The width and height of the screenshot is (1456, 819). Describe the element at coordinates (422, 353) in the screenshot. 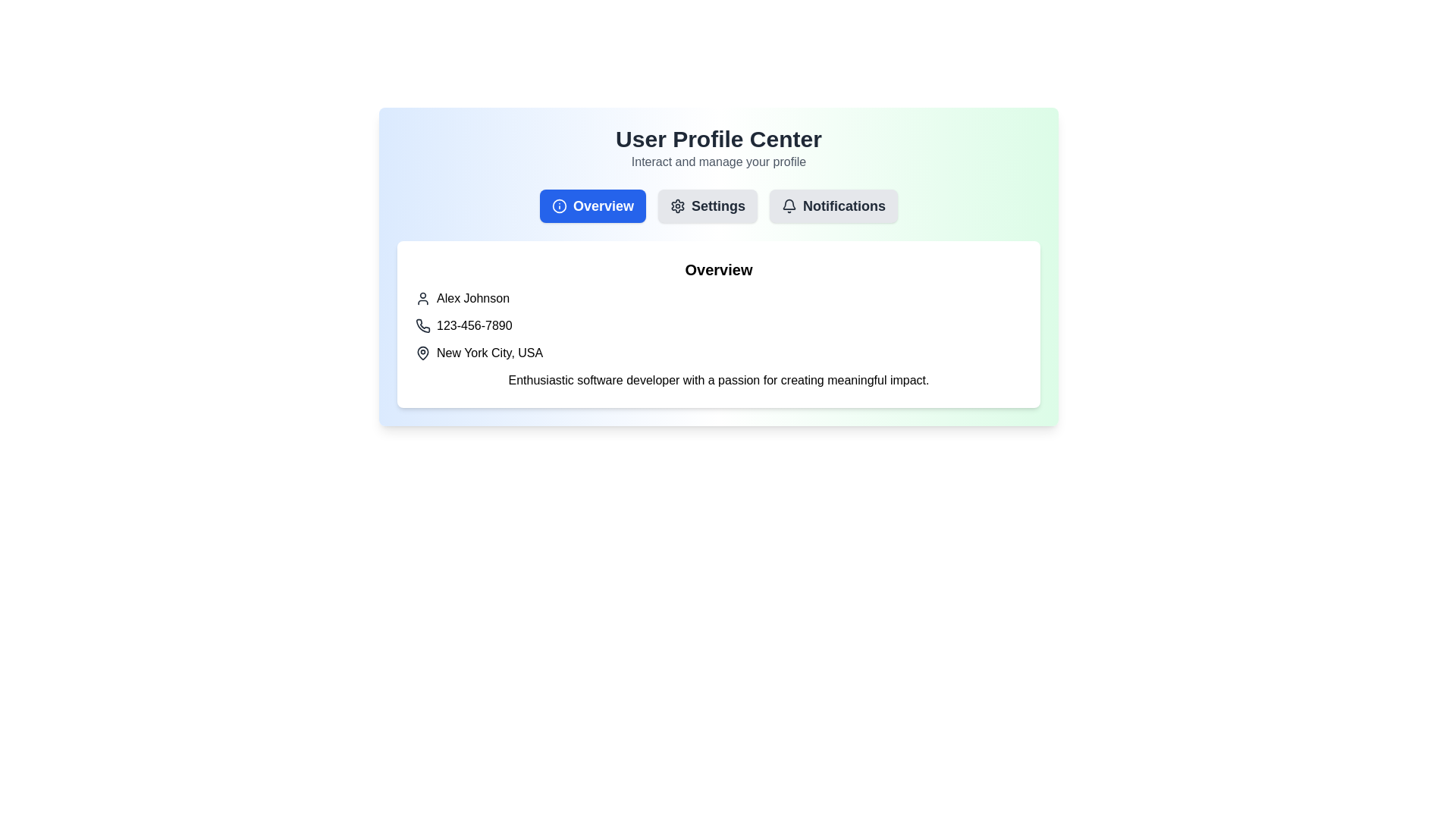

I see `map pin icon styled in dark grey, located to the left of 'New York City, USA', using developer tools` at that location.